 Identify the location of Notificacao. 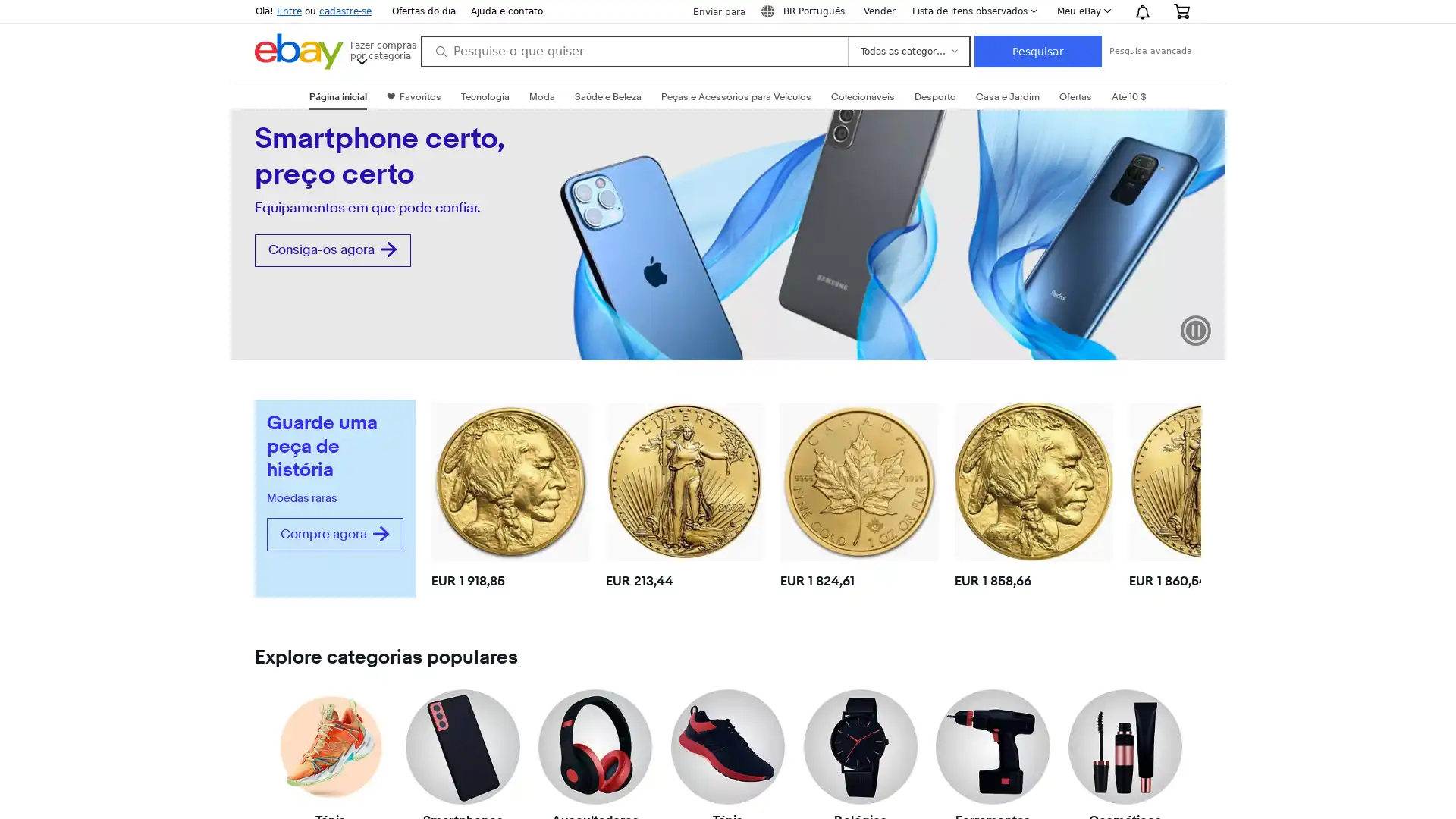
(1142, 11).